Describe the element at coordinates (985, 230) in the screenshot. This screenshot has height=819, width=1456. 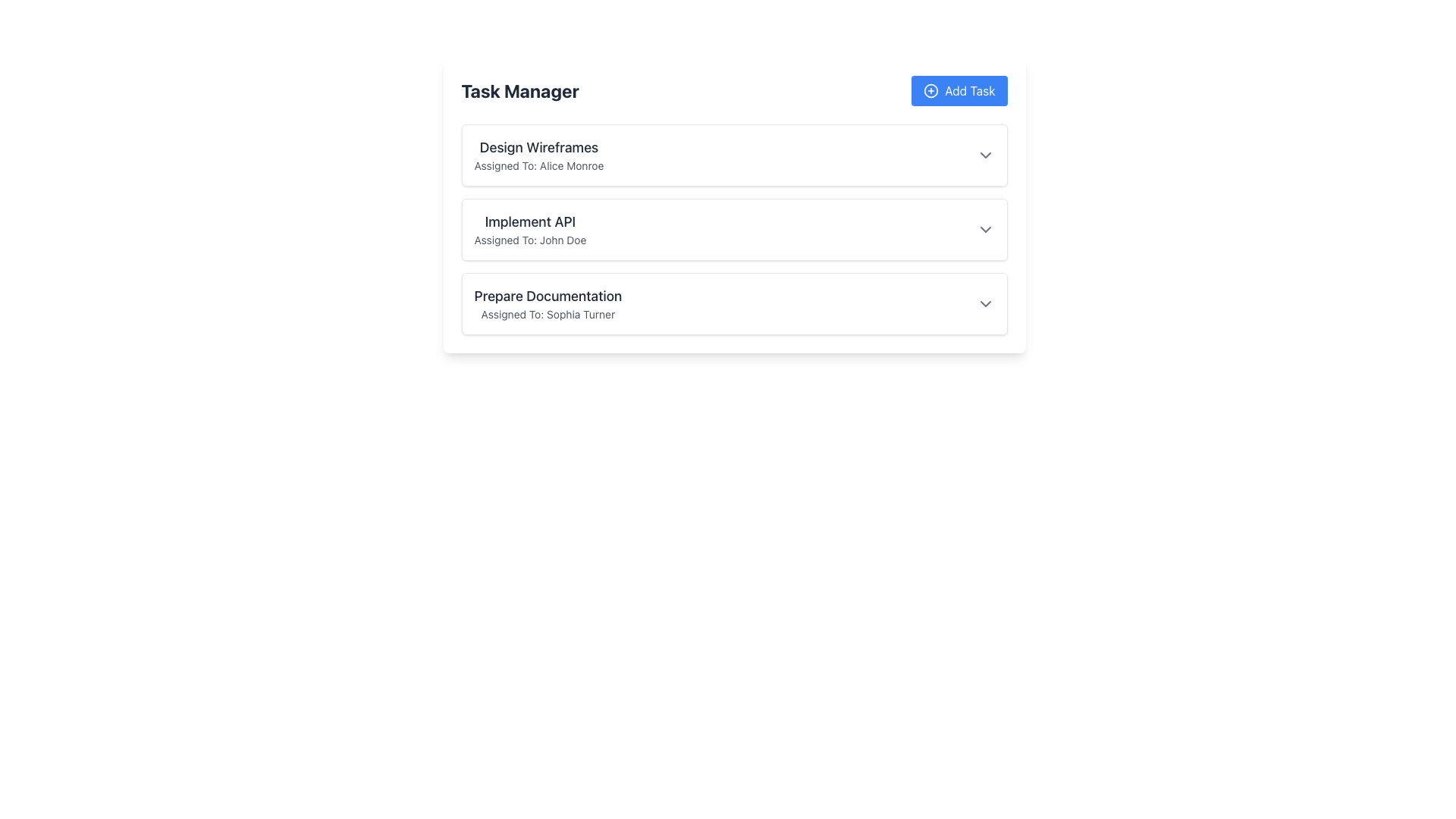
I see `the Chevron Icon, which is used to toggle or expand details related to the 'Implement API' task, positioned to the right of it` at that location.